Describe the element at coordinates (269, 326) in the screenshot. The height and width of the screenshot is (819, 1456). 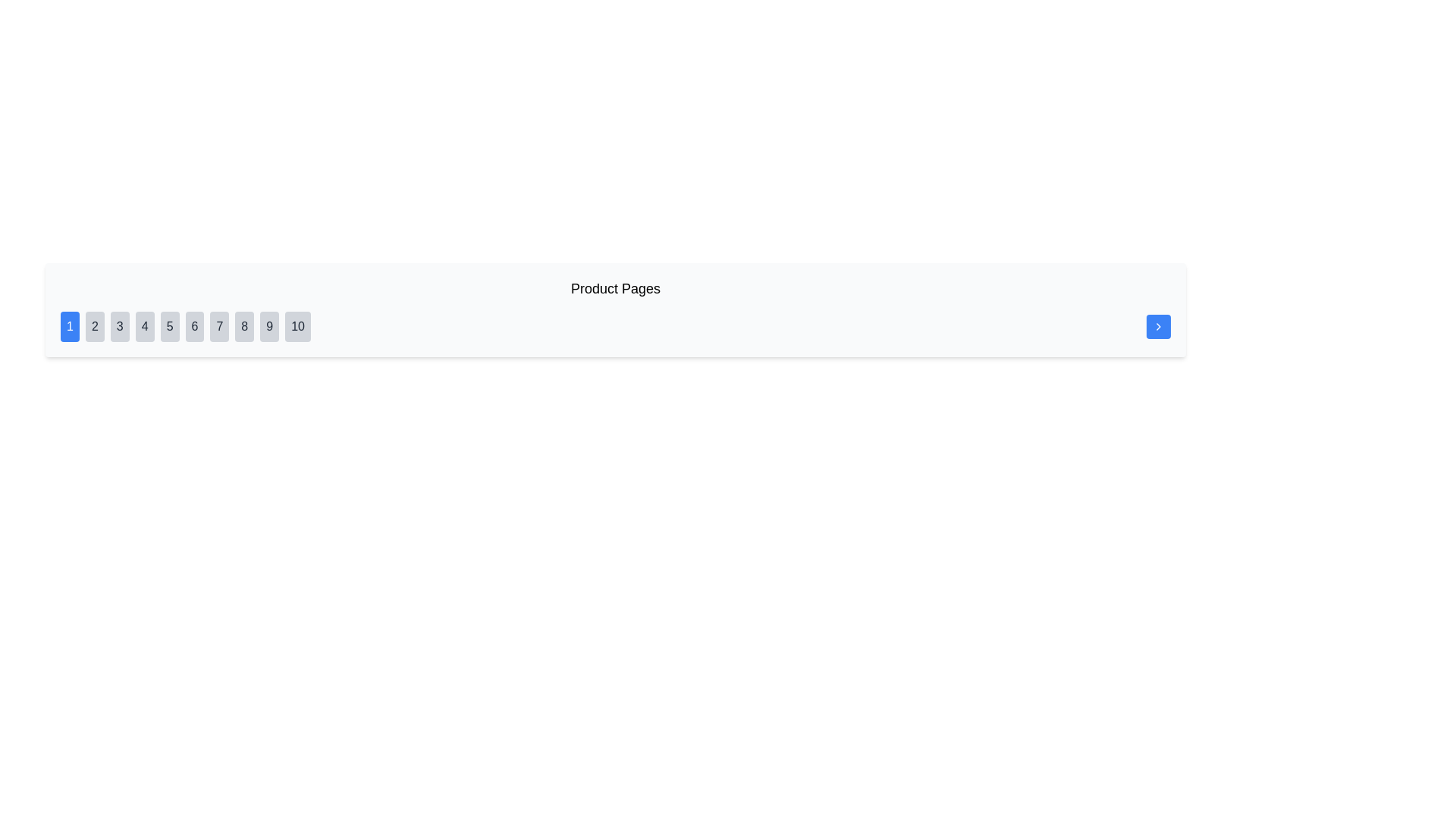
I see `the square button with a gray background labeled '9'` at that location.